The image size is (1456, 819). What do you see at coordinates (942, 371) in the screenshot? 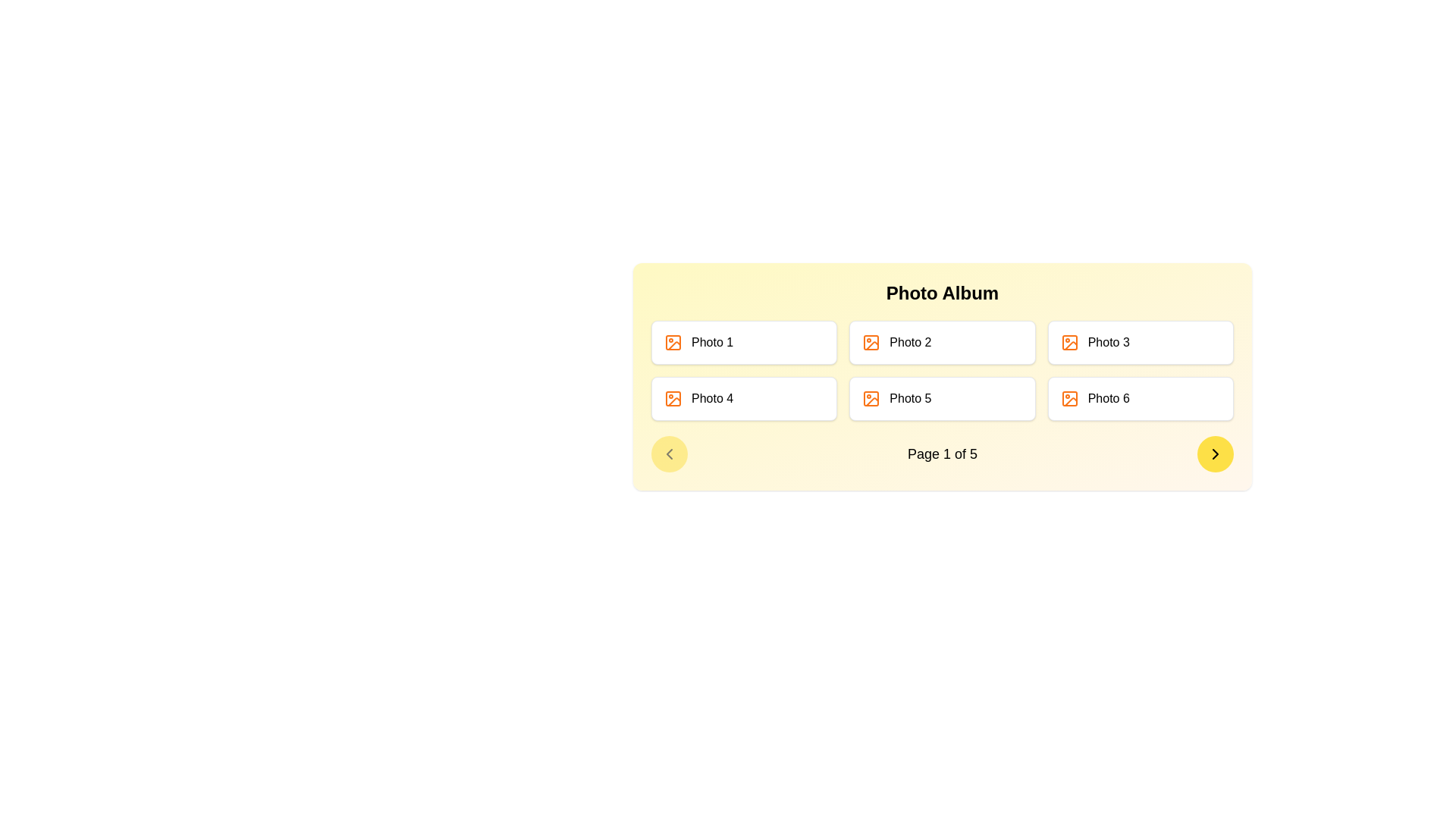
I see `a photo tile in the grid layout of the 'Photo Album'` at bounding box center [942, 371].